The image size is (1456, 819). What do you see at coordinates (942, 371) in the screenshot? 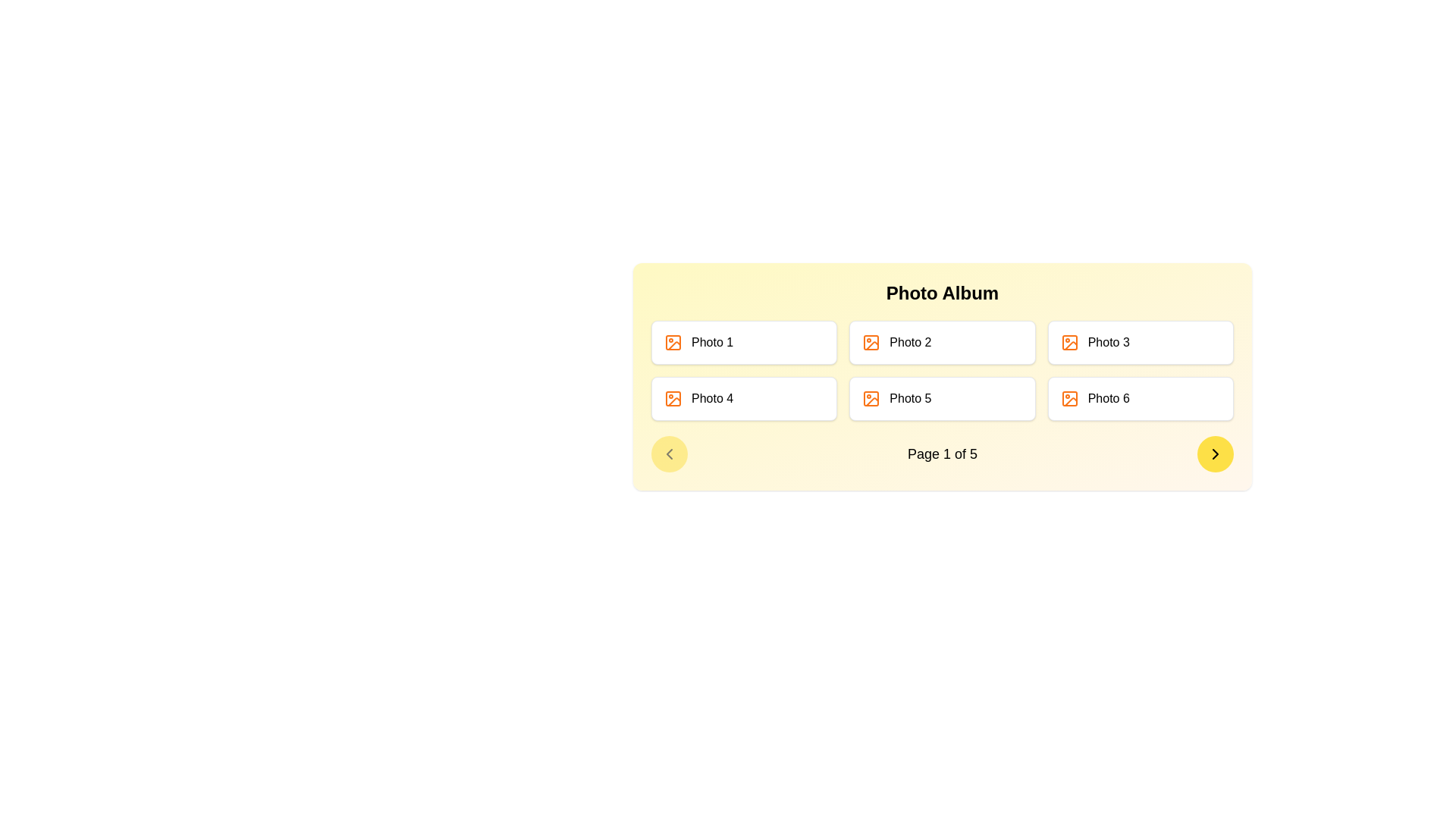
I see `a photo tile in the grid layout of the 'Photo Album'` at bounding box center [942, 371].